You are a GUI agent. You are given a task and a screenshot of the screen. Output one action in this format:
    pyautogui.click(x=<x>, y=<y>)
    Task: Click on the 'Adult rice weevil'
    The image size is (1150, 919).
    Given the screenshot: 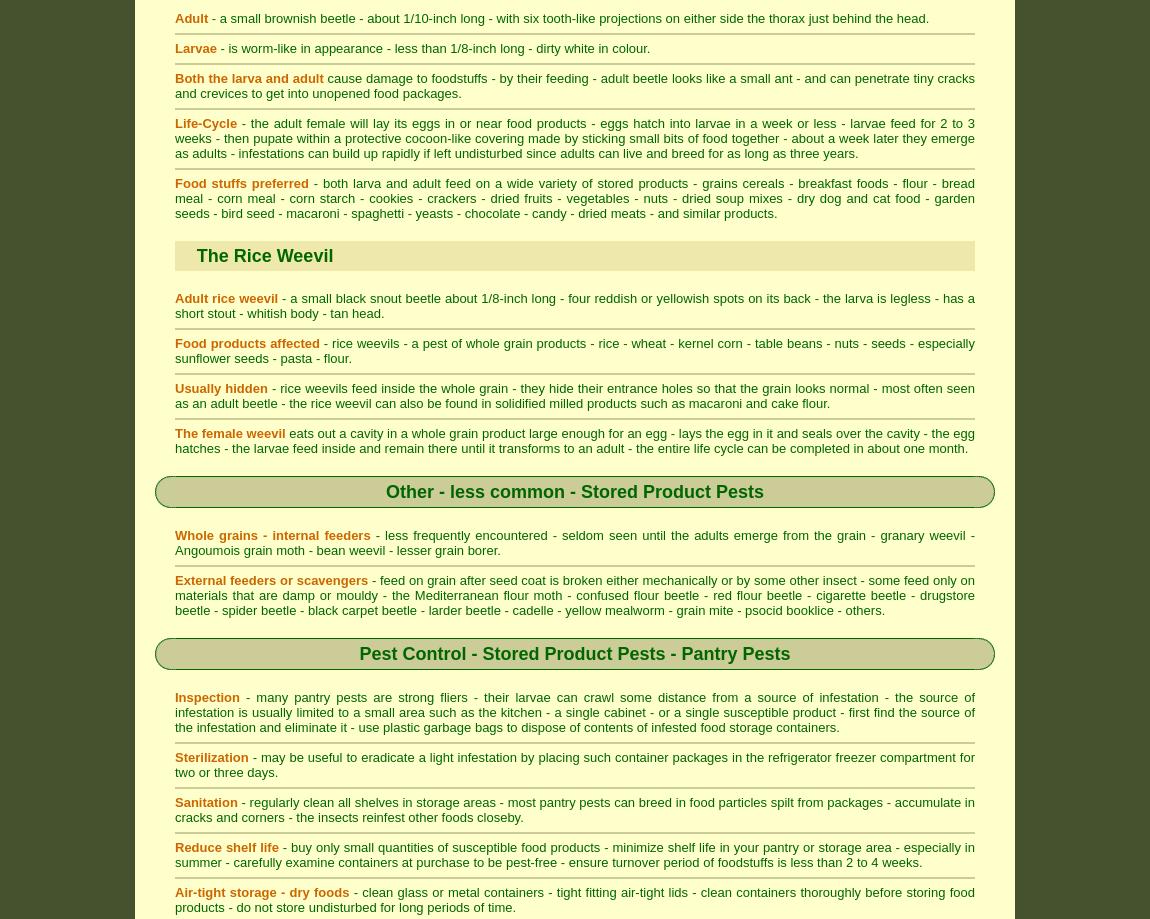 What is the action you would take?
    pyautogui.click(x=174, y=297)
    